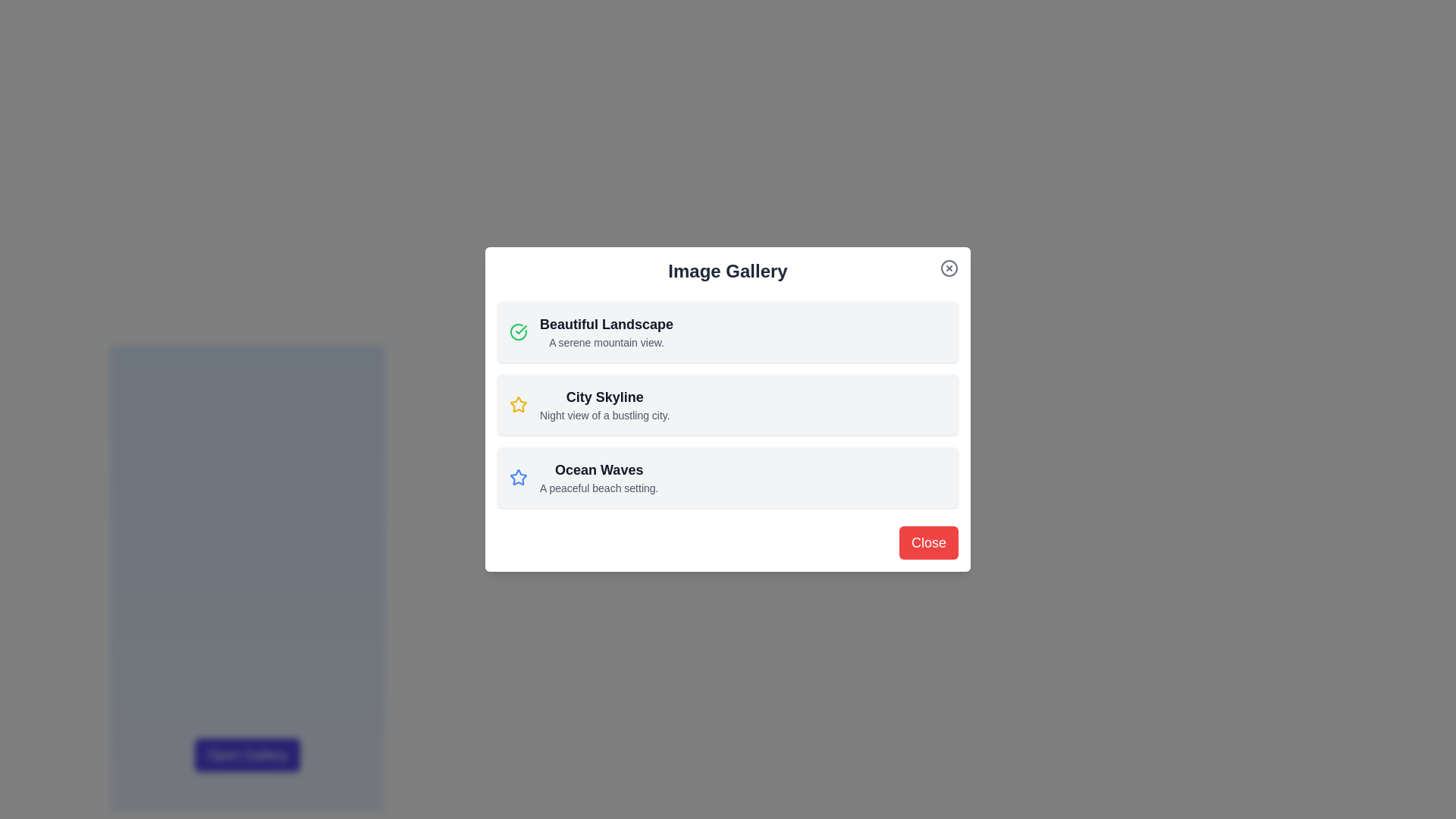  What do you see at coordinates (598, 488) in the screenshot?
I see `the descriptive text stating 'A peaceful beach setting,' which is styled in a small gray font and positioned below the title 'Ocean Waves.'` at bounding box center [598, 488].